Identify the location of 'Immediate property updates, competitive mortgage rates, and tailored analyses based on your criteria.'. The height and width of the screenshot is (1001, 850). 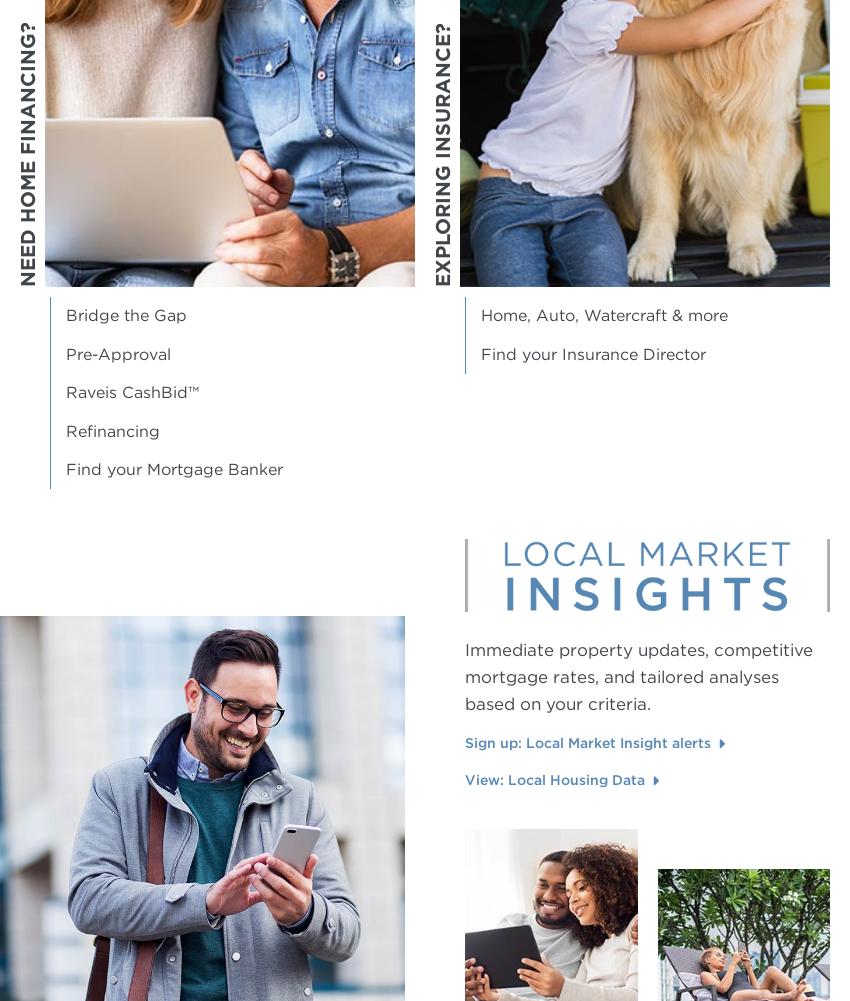
(464, 674).